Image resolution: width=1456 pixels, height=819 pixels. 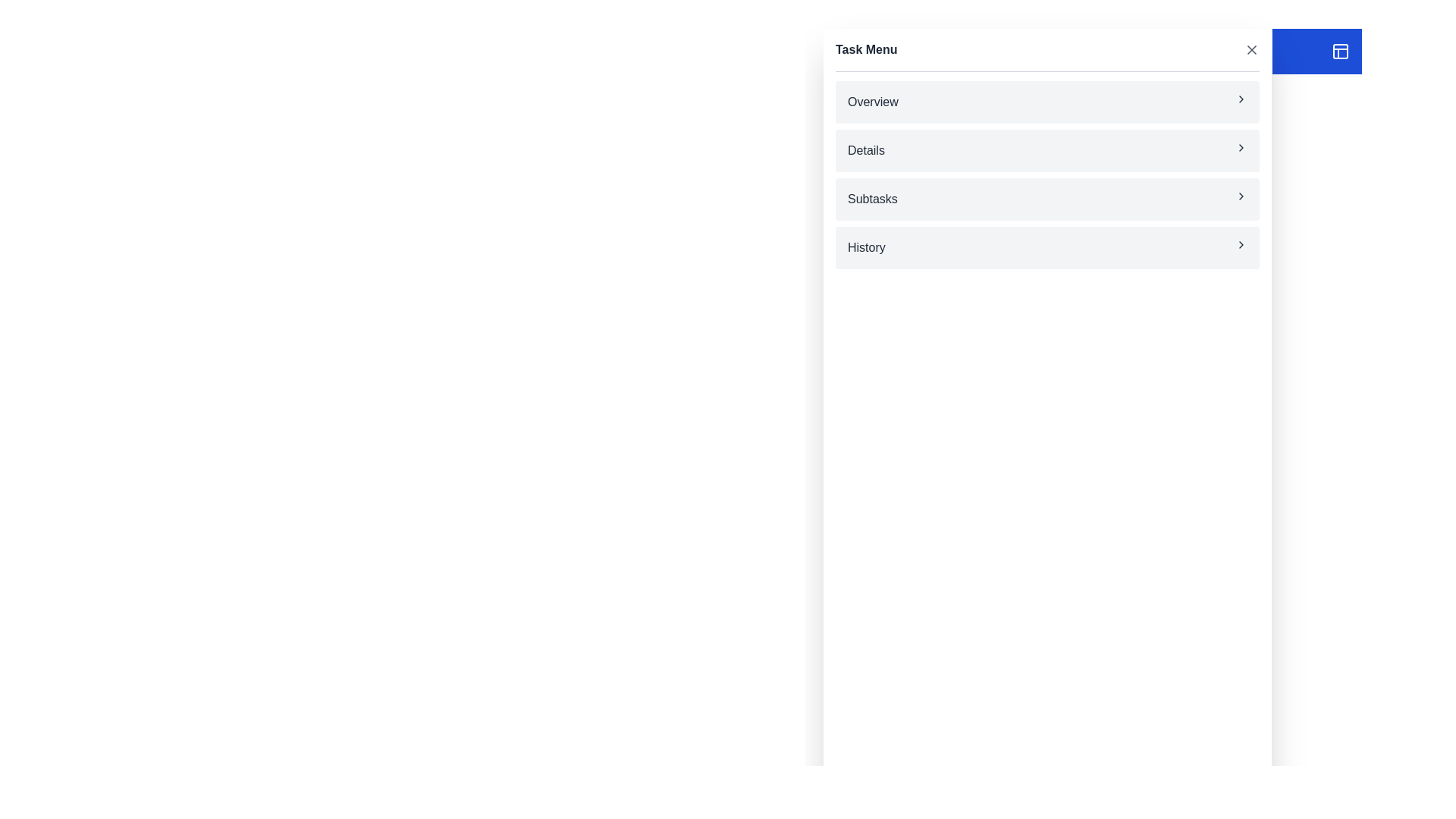 I want to click on the navigation menu button located as the third item in a vertical list of menu options, so click(x=1046, y=198).